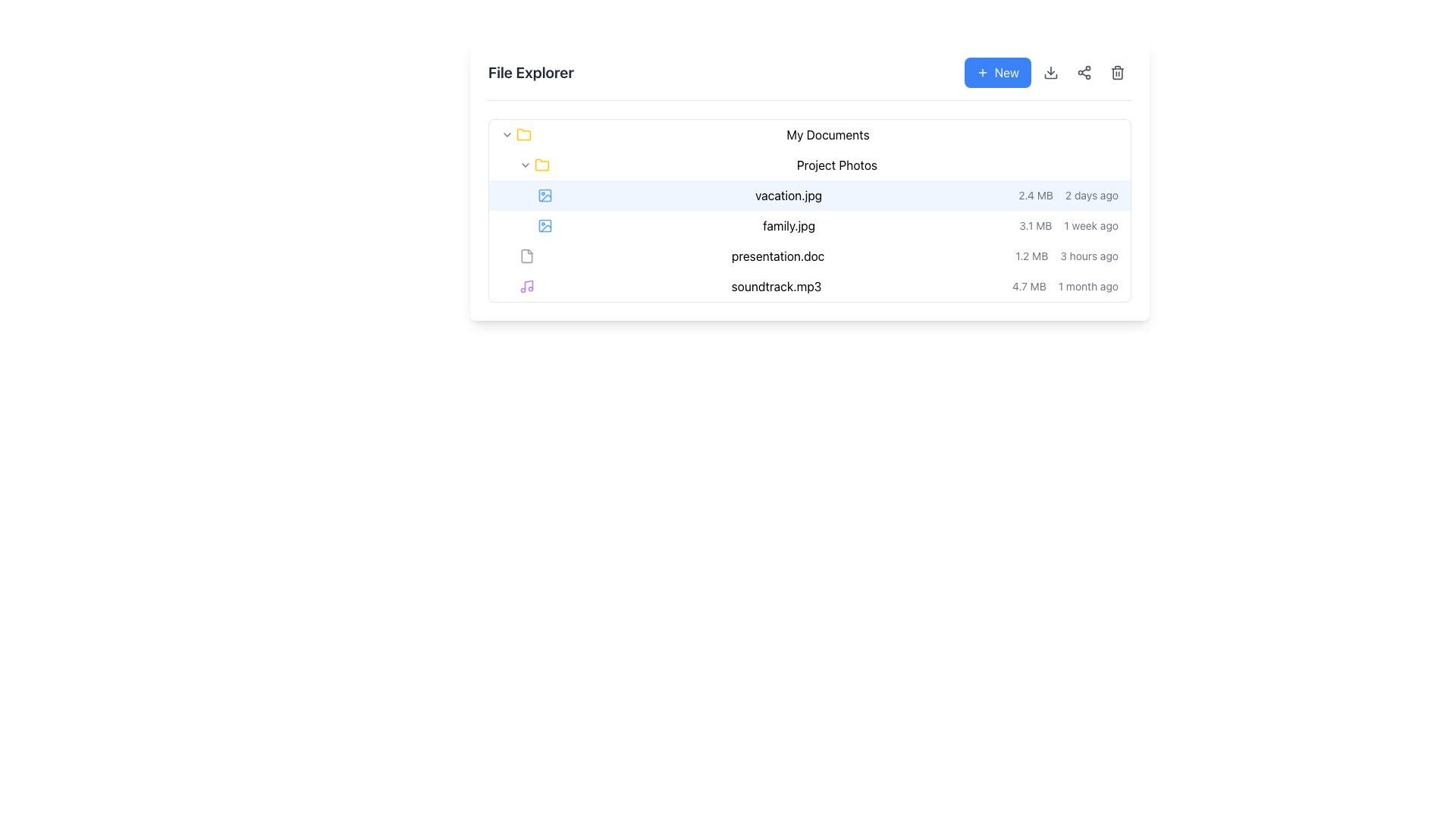 Image resolution: width=1456 pixels, height=819 pixels. Describe the element at coordinates (507, 133) in the screenshot. I see `the downward-pointing chevron icon next to the 'My Documents' label` at that location.